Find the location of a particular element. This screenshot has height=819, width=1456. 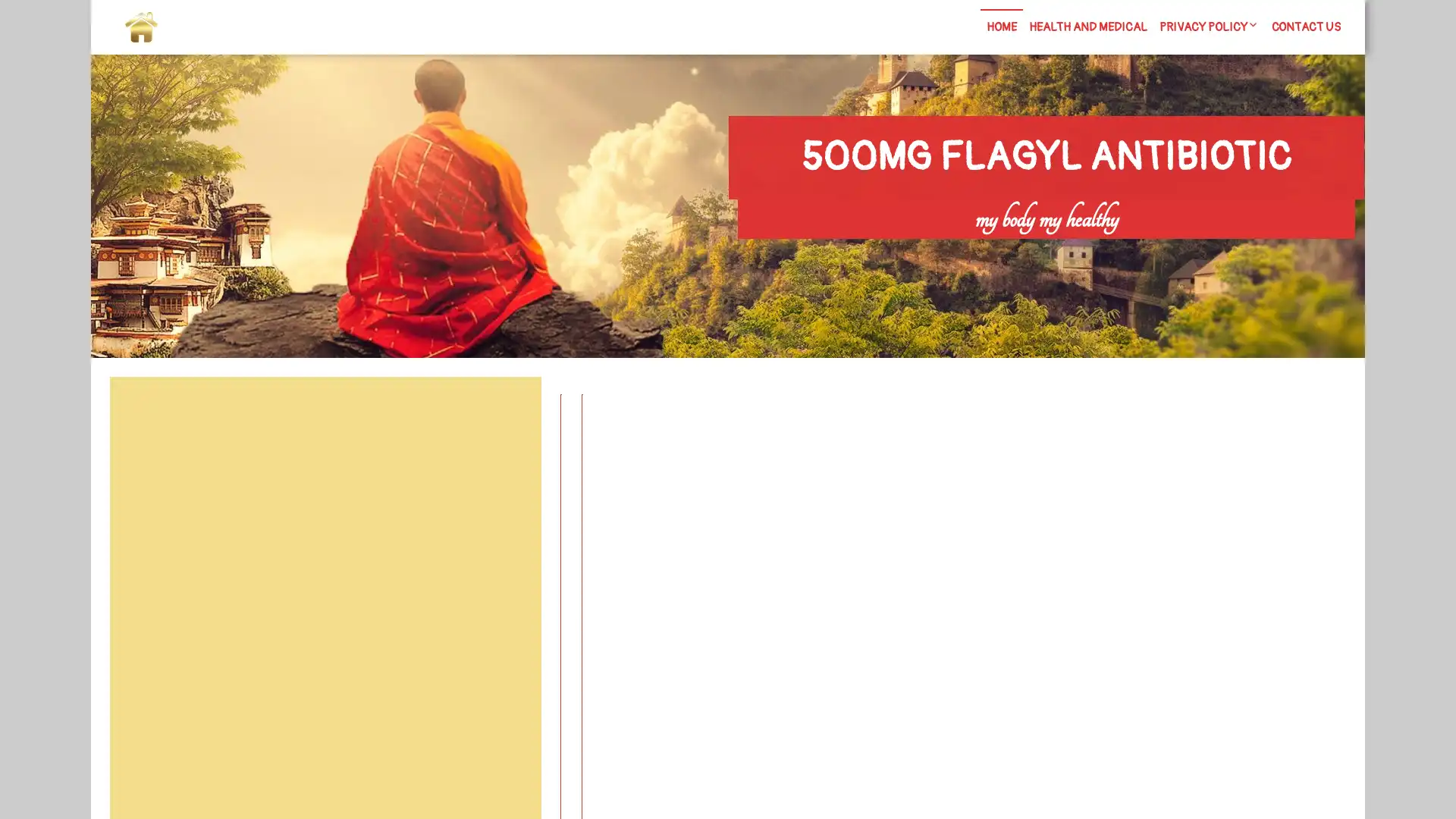

Search is located at coordinates (1181, 248).